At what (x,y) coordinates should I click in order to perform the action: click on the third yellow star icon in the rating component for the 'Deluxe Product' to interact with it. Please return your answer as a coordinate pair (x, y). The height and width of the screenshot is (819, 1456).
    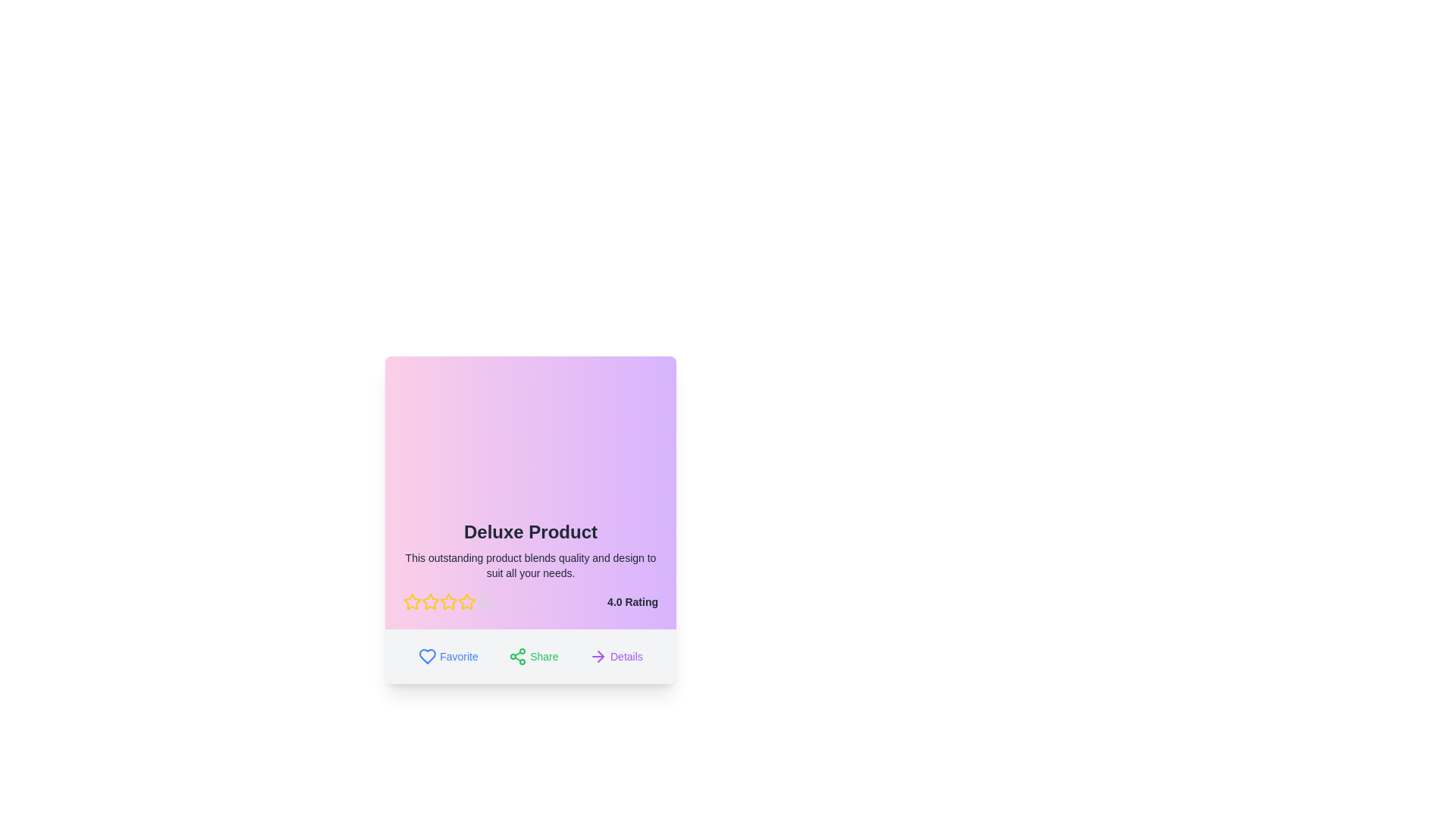
    Looking at the image, I should click on (447, 601).